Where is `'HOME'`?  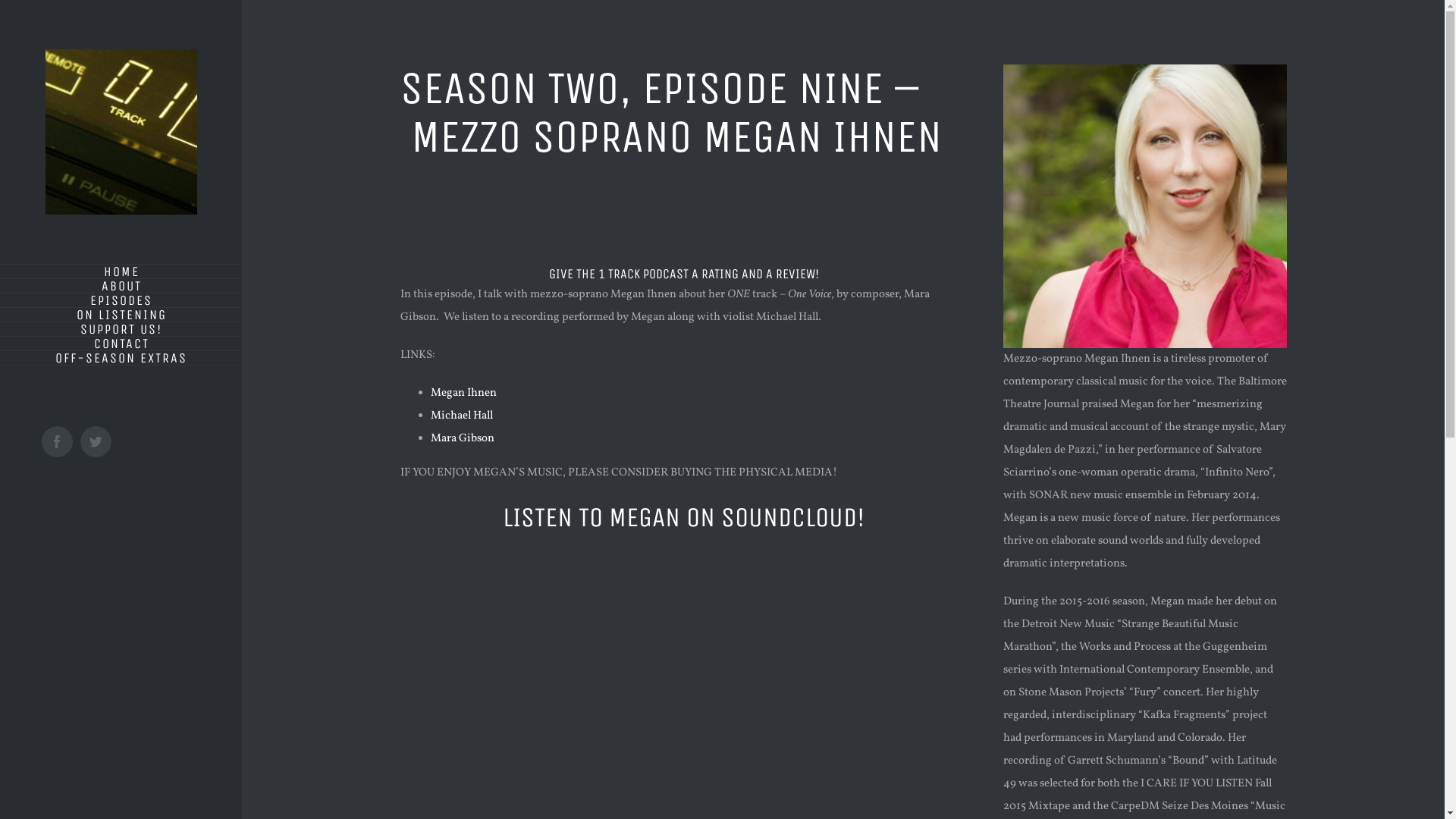 'HOME' is located at coordinates (0, 271).